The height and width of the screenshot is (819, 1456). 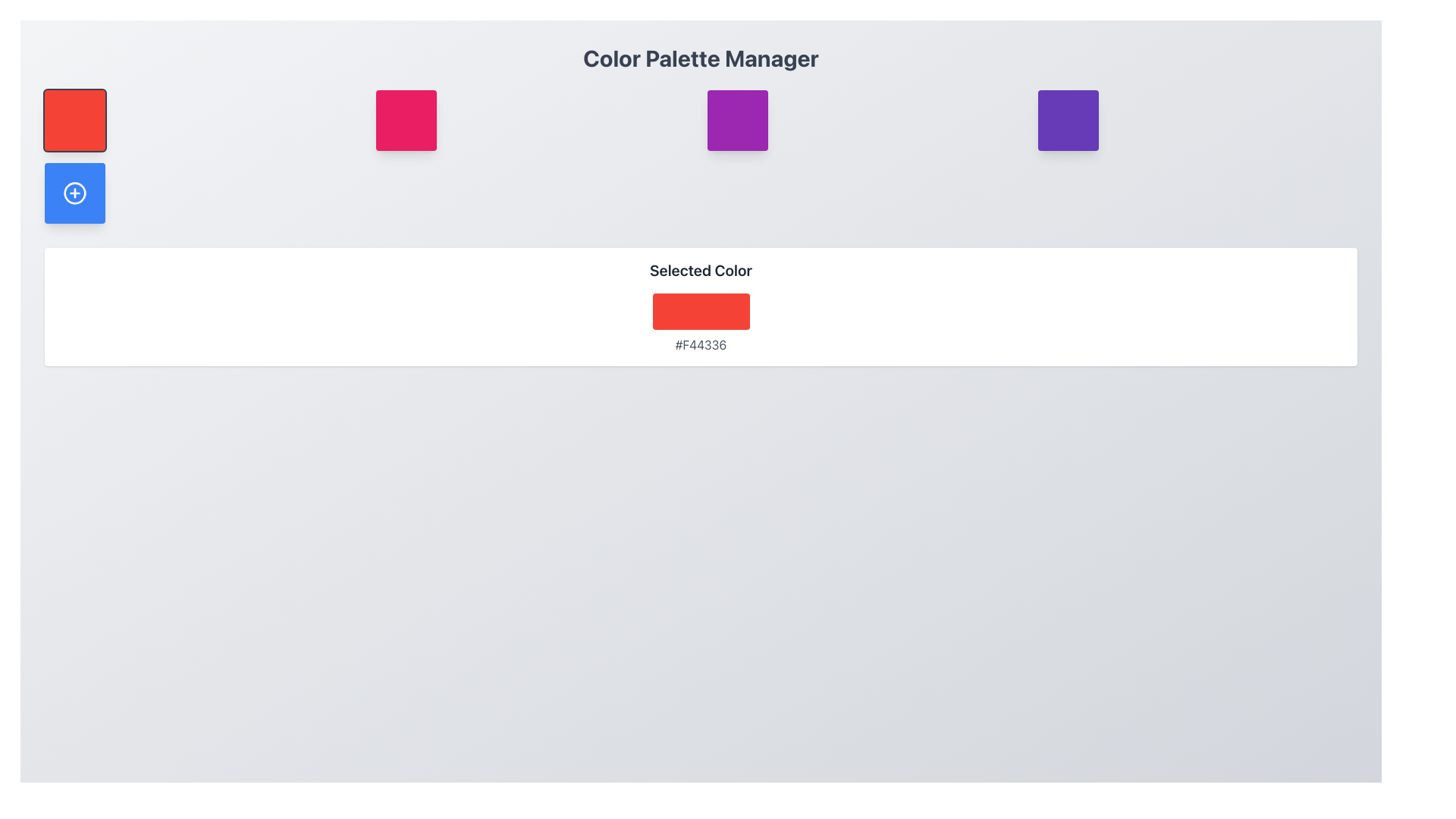 What do you see at coordinates (406, 119) in the screenshot?
I see `the second Selectable Color Box with a vivid pink background` at bounding box center [406, 119].